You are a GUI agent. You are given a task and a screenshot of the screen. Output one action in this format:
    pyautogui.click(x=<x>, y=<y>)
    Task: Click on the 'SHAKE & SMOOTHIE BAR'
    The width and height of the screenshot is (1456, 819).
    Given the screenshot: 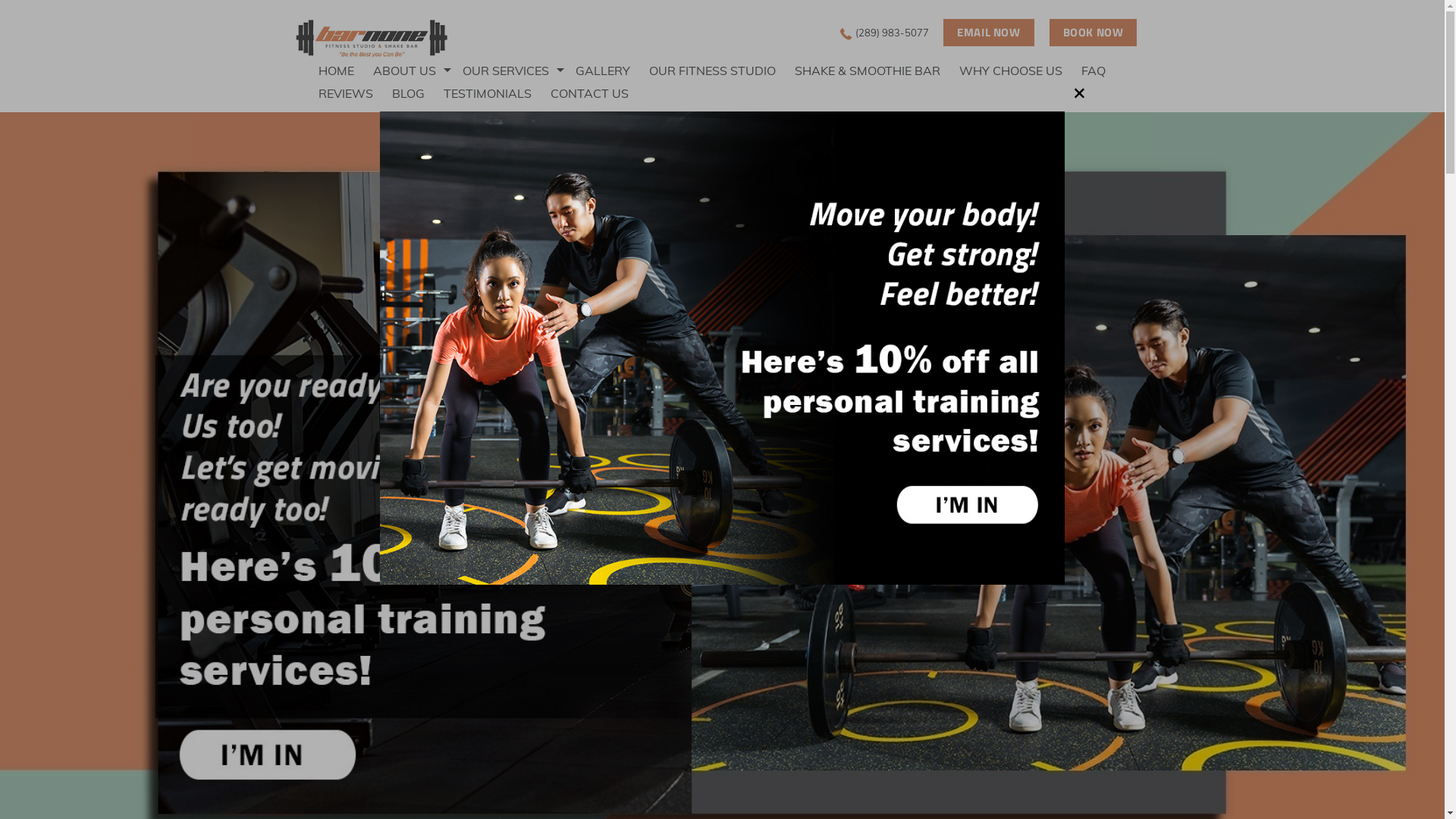 What is the action you would take?
    pyautogui.click(x=877, y=70)
    